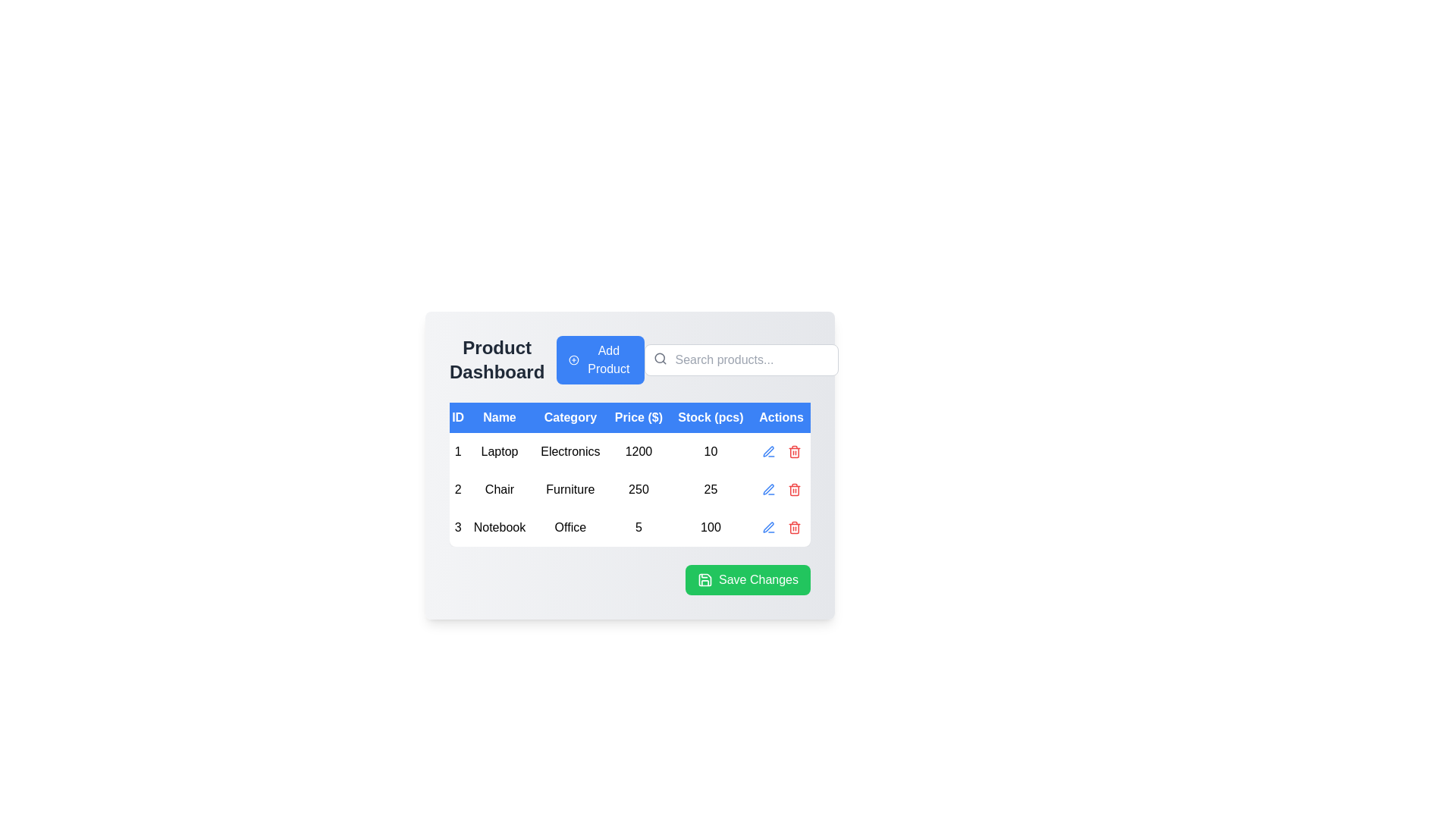 The width and height of the screenshot is (1456, 819). Describe the element at coordinates (629, 473) in the screenshot. I see `the rows of the Data Table displaying product details on the Product Dashboard` at that location.